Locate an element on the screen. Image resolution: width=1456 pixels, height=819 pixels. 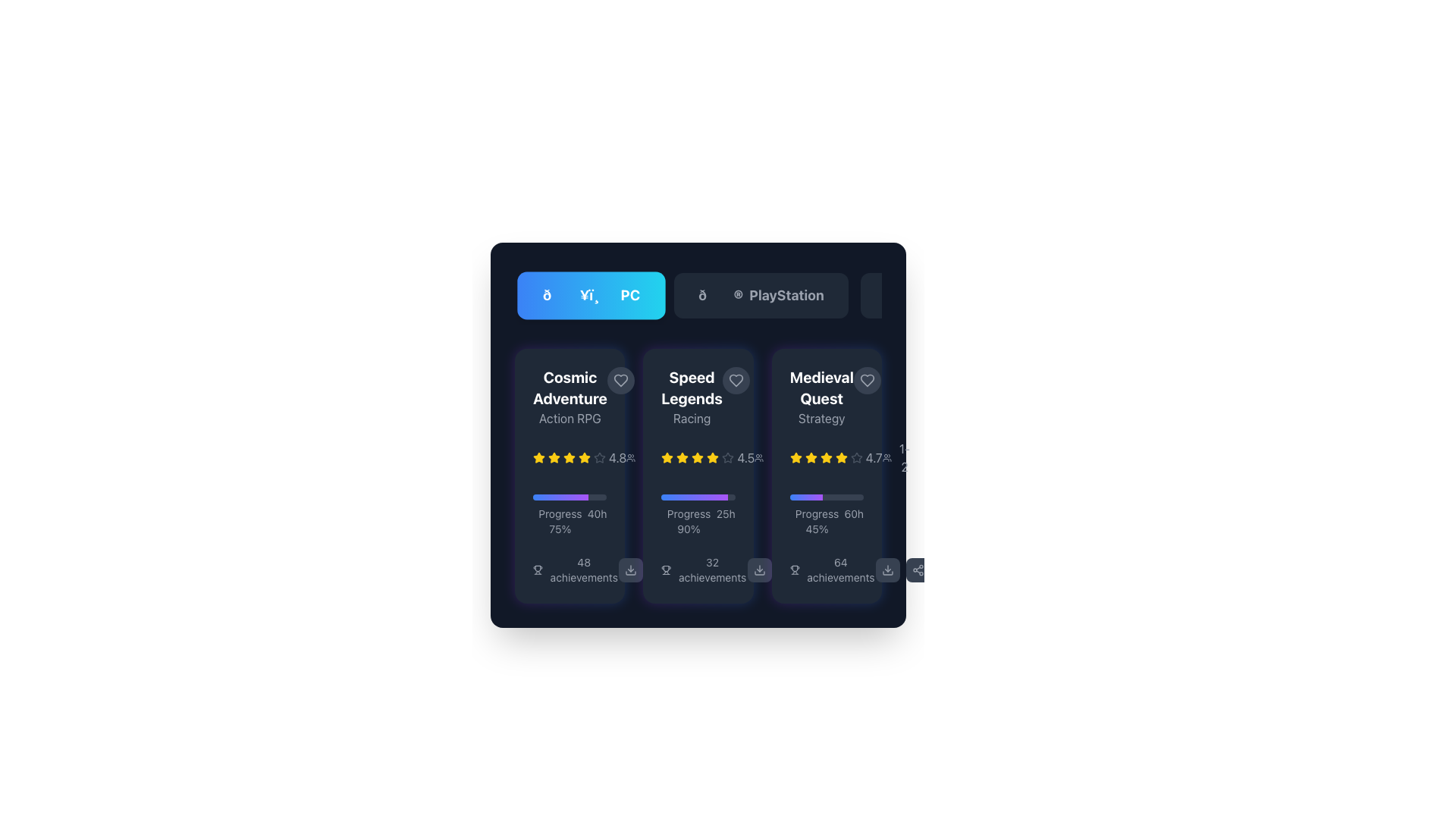
the rightmost star-shaped icon in the rating indicator for the 'Medieval Quest' card is located at coordinates (856, 457).